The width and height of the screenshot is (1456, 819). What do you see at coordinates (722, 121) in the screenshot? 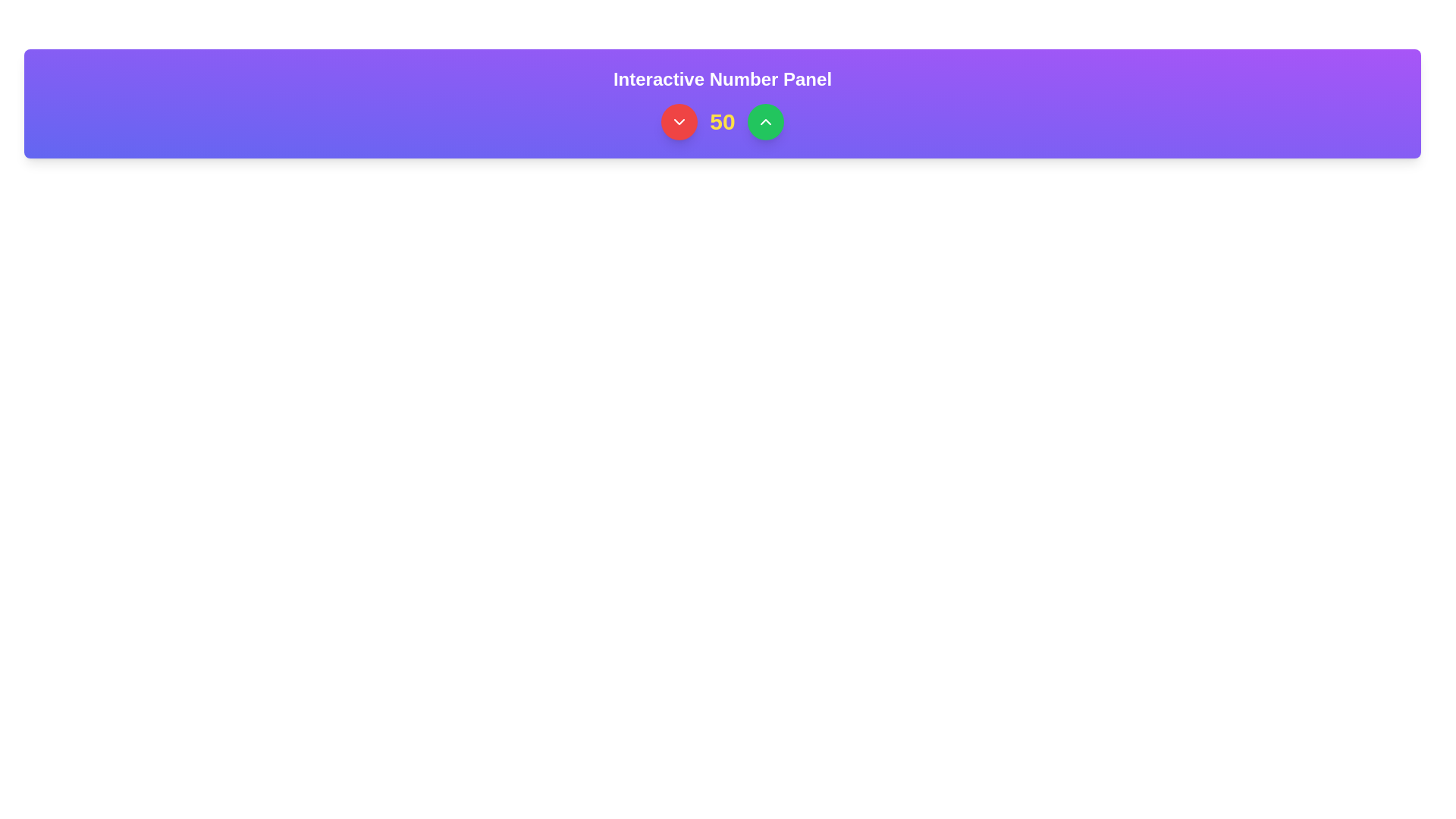
I see `the static text element that displays a numerical value, positioned centrally between a red button with a downward chevron and a green button with an upward chevron` at bounding box center [722, 121].